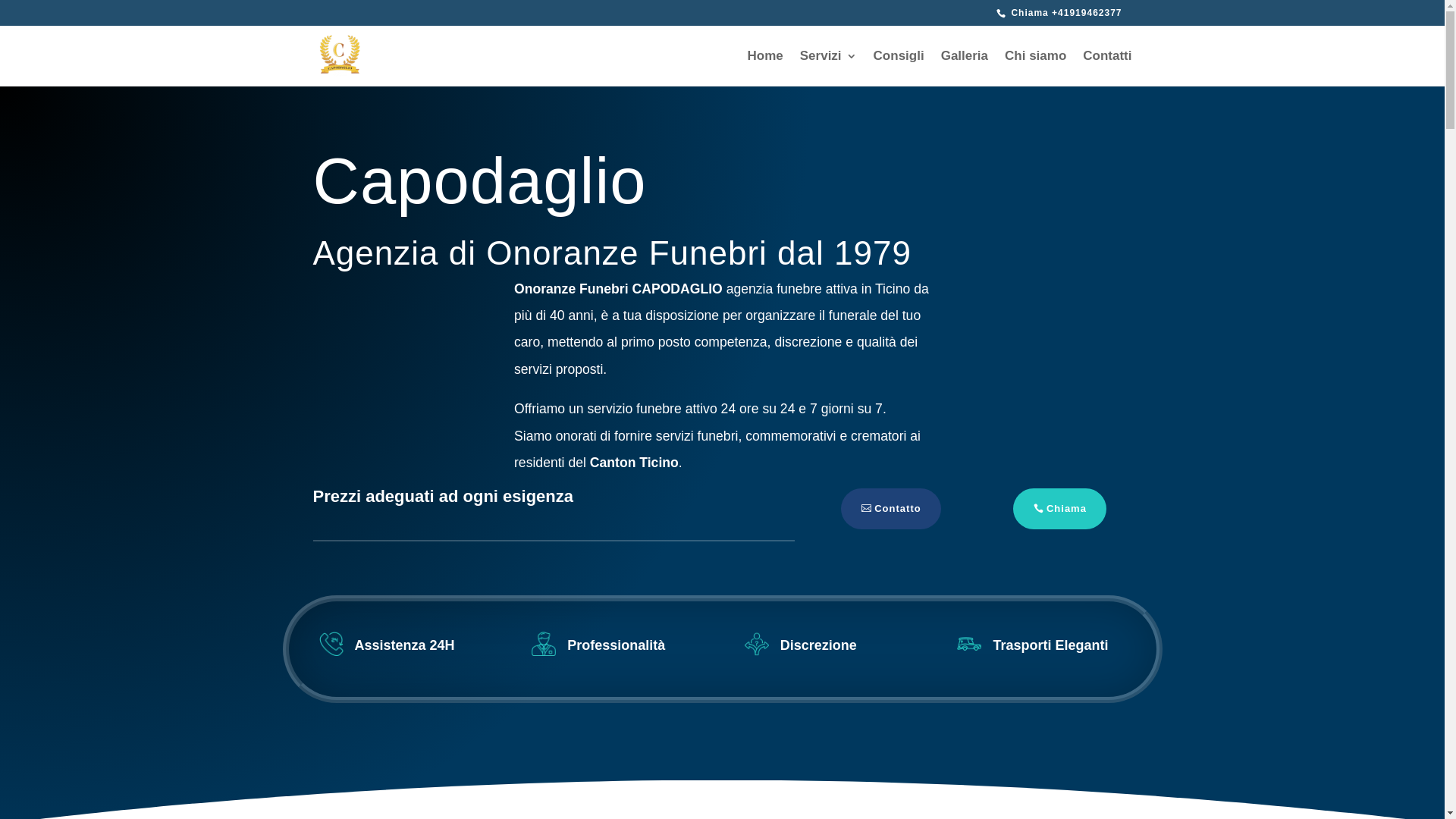  I want to click on 'Consigli', so click(899, 68).